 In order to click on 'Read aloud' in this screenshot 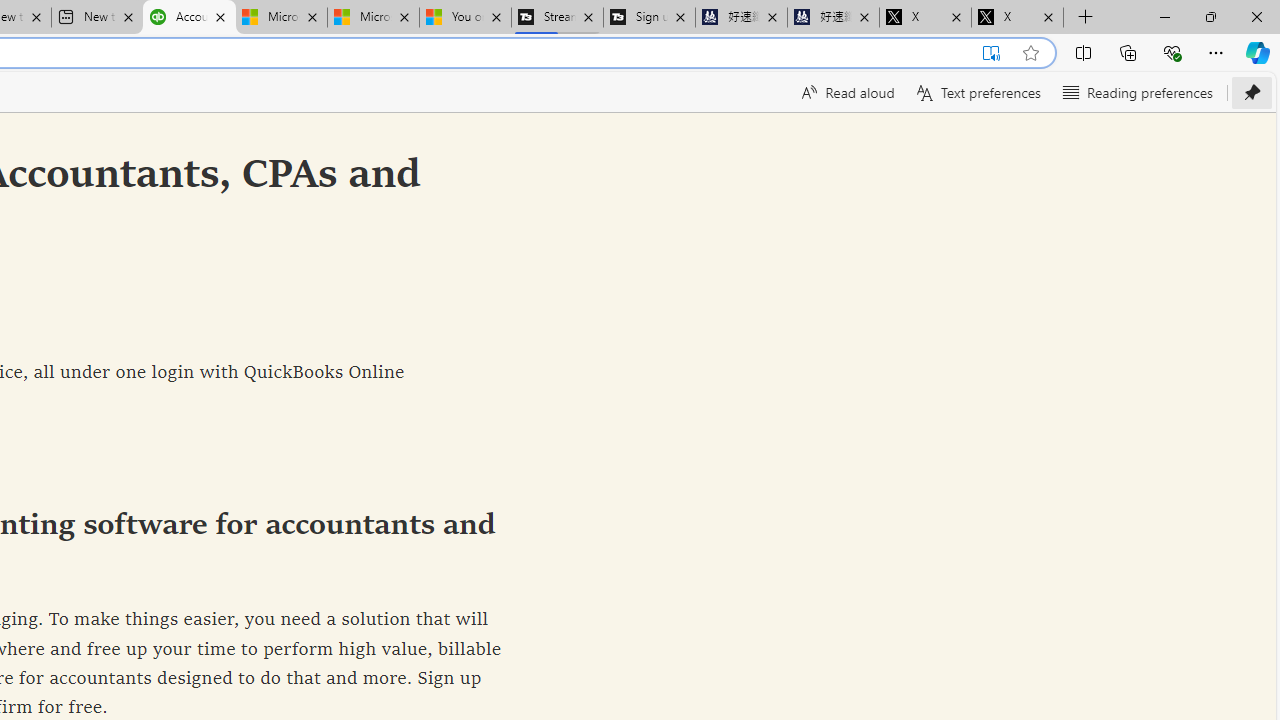, I will do `click(846, 92)`.